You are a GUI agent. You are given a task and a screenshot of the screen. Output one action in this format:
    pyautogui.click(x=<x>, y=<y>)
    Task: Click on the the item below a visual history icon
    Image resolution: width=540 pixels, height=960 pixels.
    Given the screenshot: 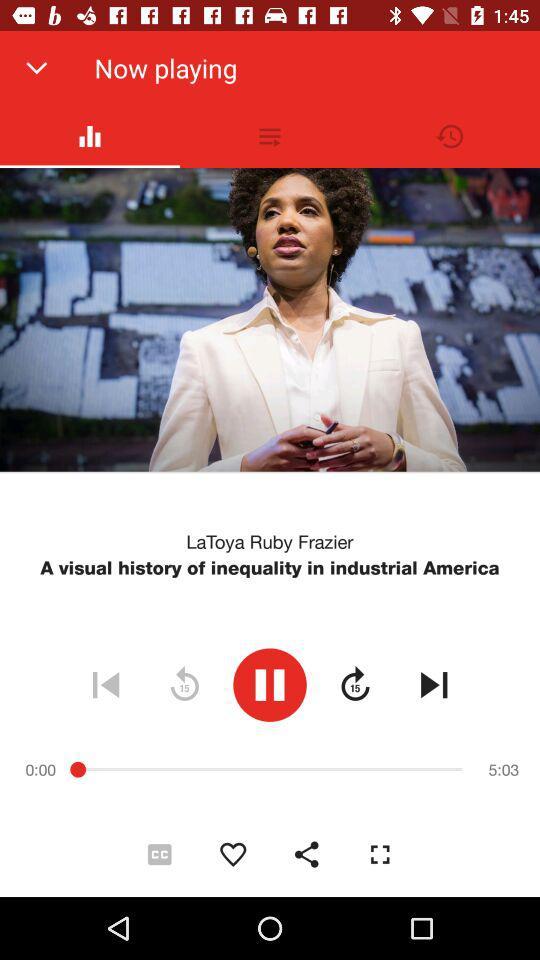 What is the action you would take?
    pyautogui.click(x=270, y=685)
    